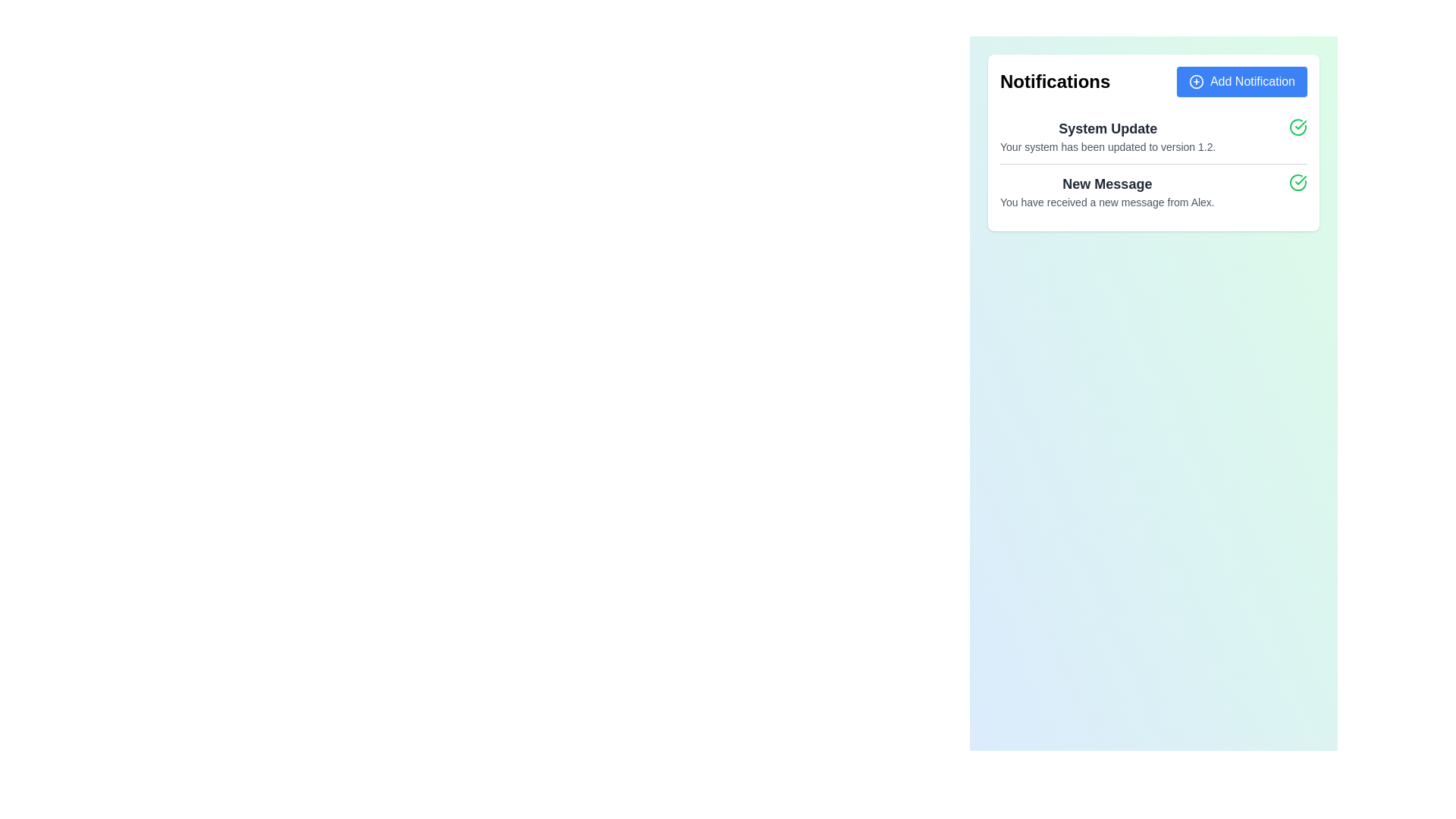 Image resolution: width=1456 pixels, height=819 pixels. I want to click on the circular icon with a plus symbol inside, located to the immediate left of the text 'Add Notification' within the 'Add Notification' button at the top-right corner of the notification panel, so click(1195, 82).